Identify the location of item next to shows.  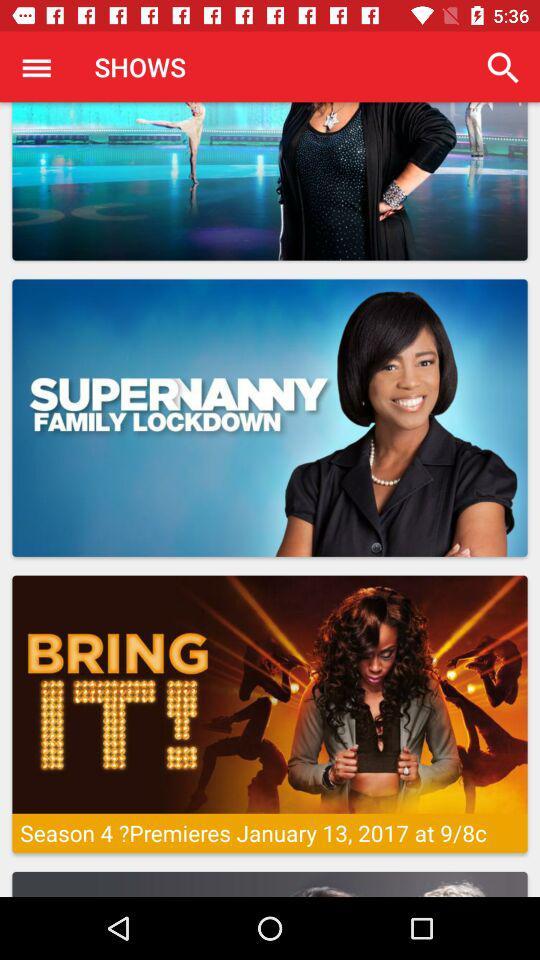
(502, 67).